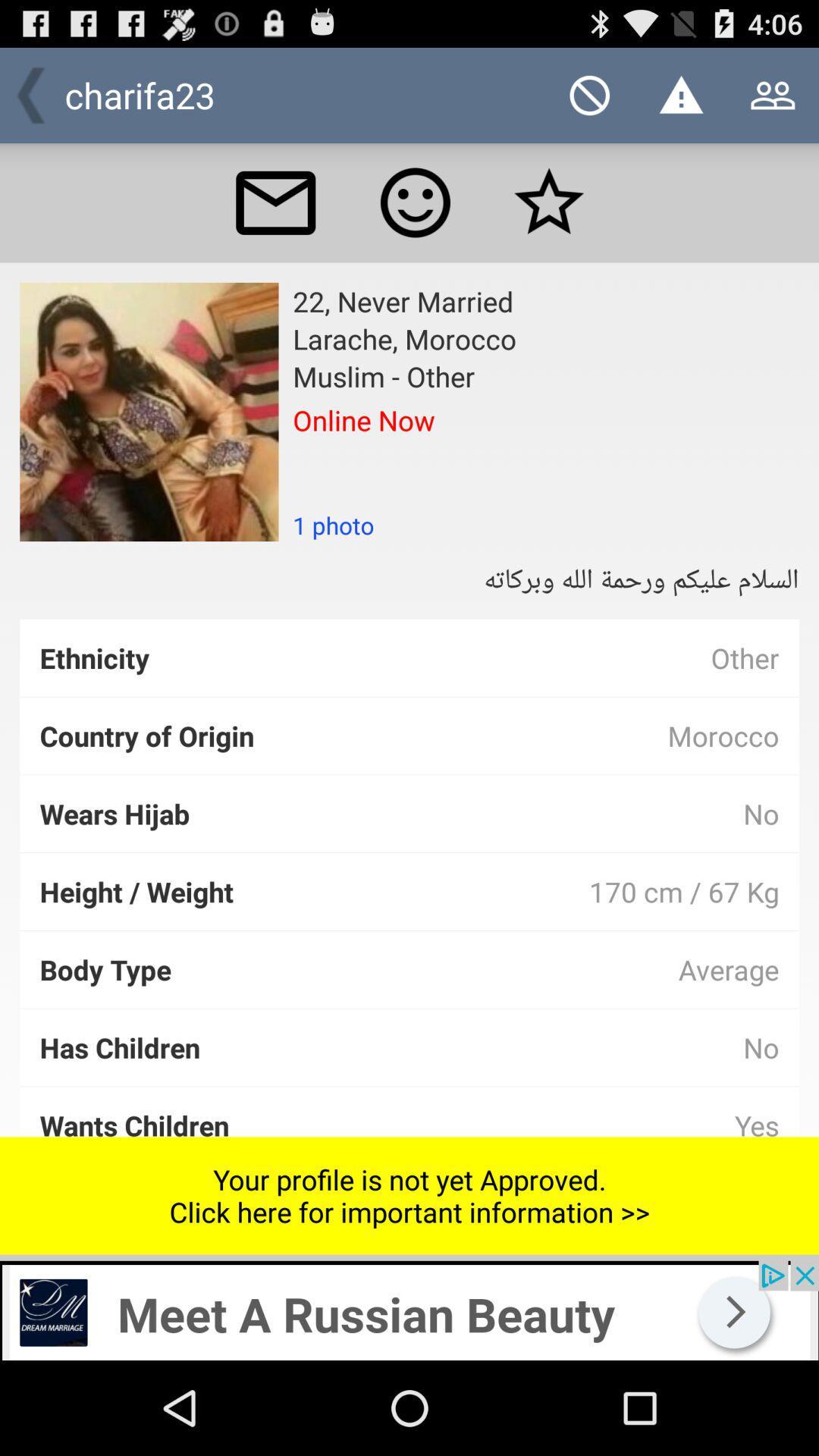  I want to click on message option, so click(275, 202).